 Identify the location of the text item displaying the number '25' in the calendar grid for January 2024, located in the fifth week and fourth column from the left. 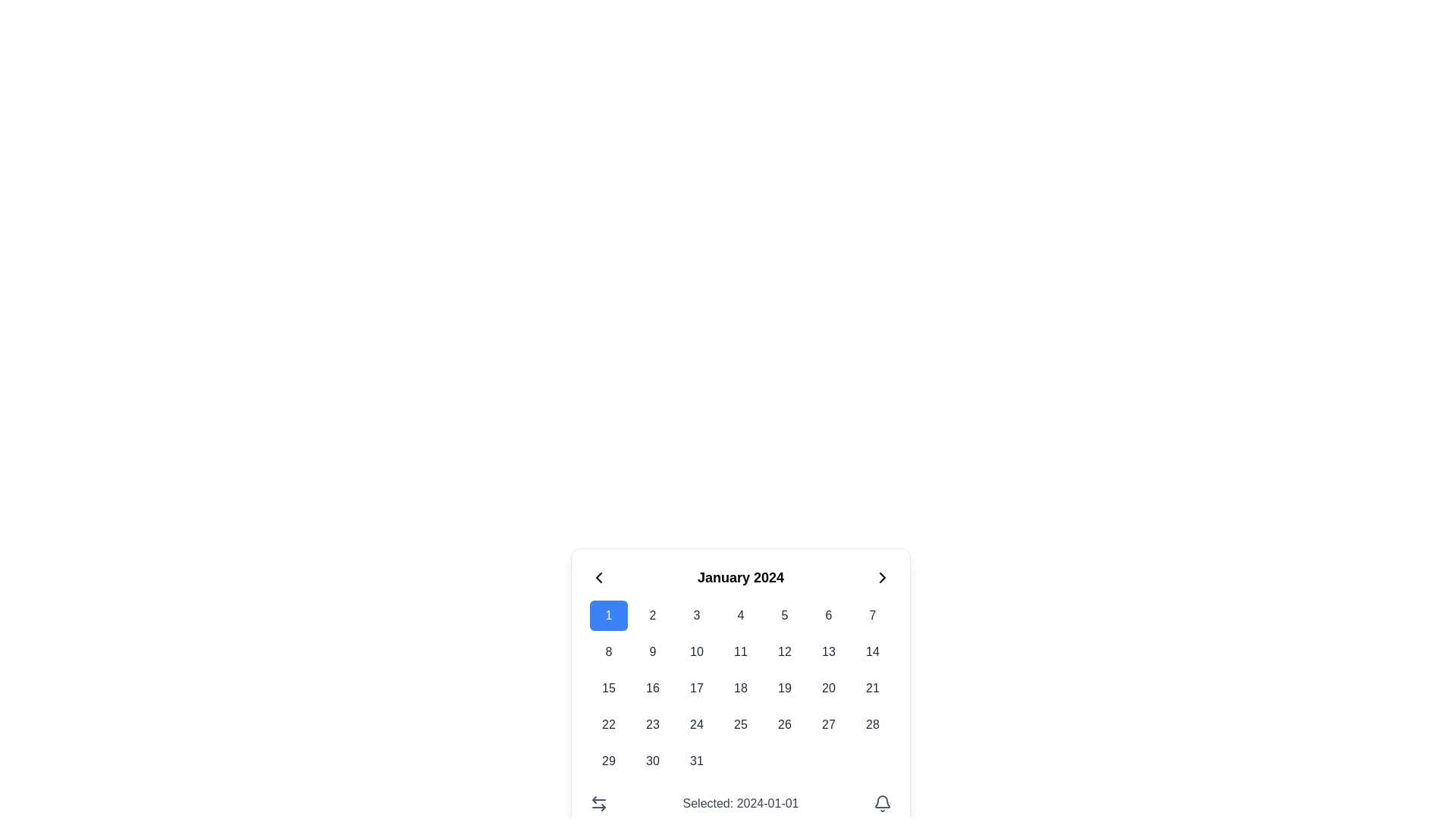
(741, 724).